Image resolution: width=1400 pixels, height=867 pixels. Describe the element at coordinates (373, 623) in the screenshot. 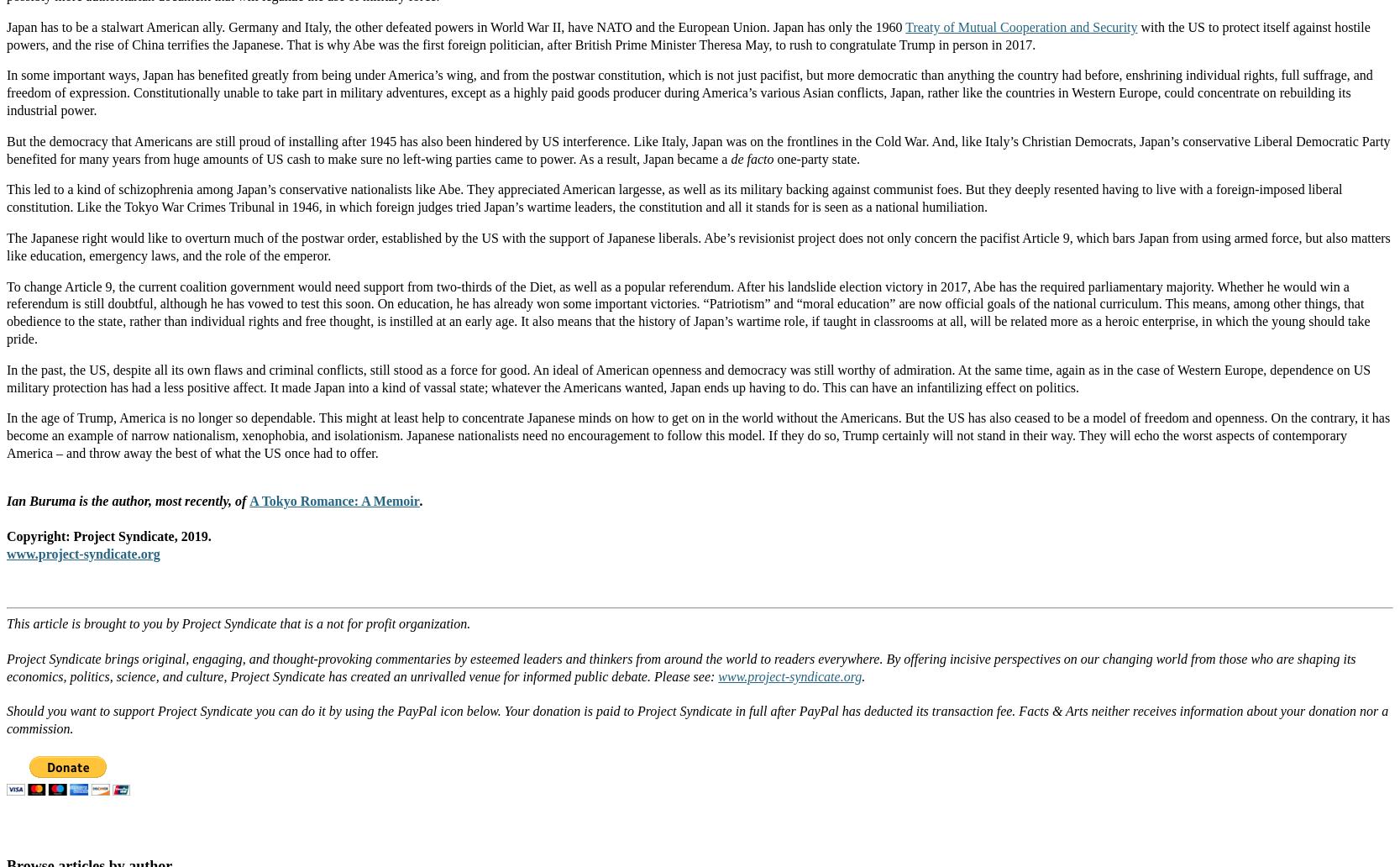

I see `'that is a not for profit organization.'` at that location.